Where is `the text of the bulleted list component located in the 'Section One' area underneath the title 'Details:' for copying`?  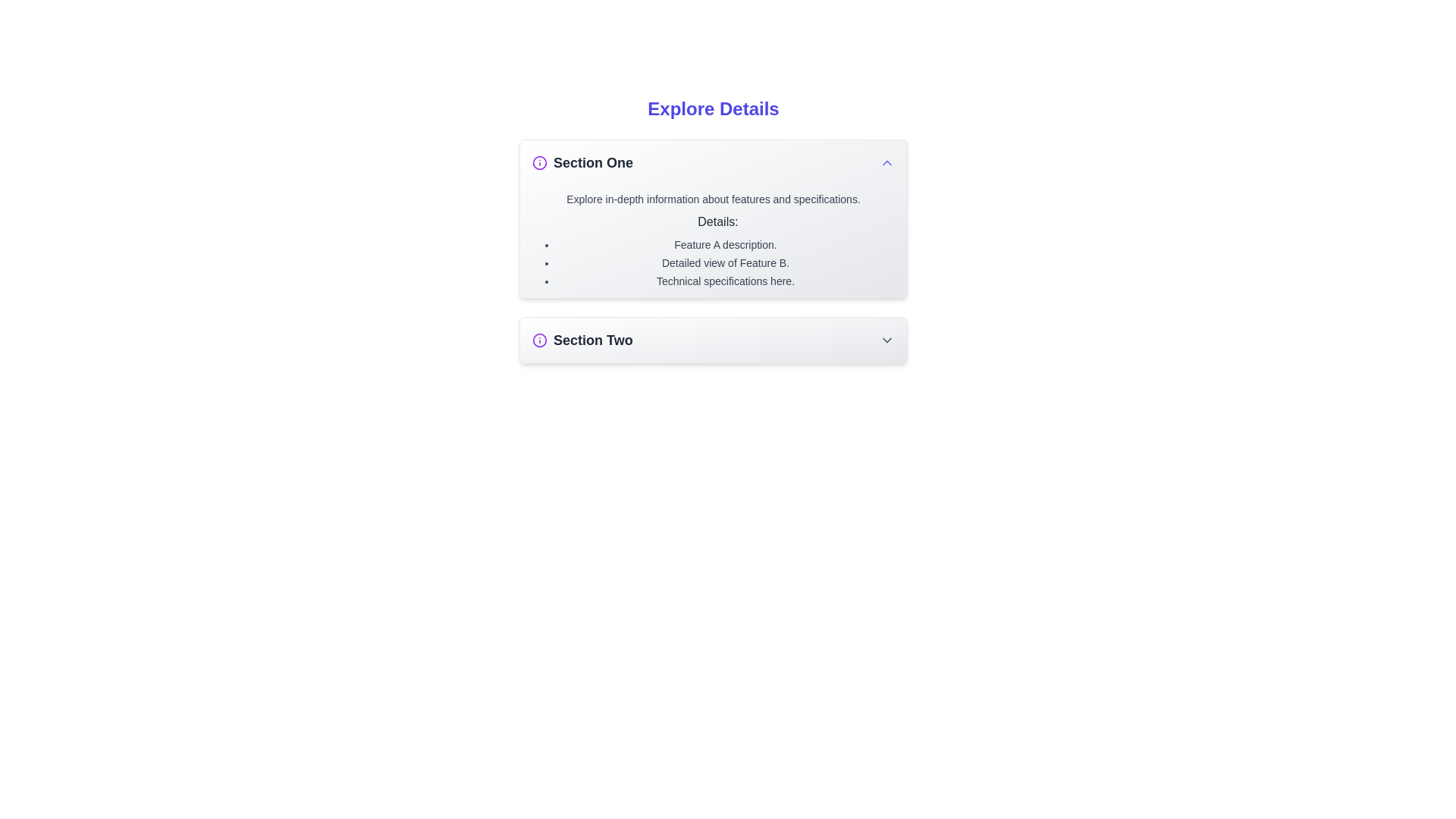
the text of the bulleted list component located in the 'Section One' area underneath the title 'Details:' for copying is located at coordinates (724, 260).